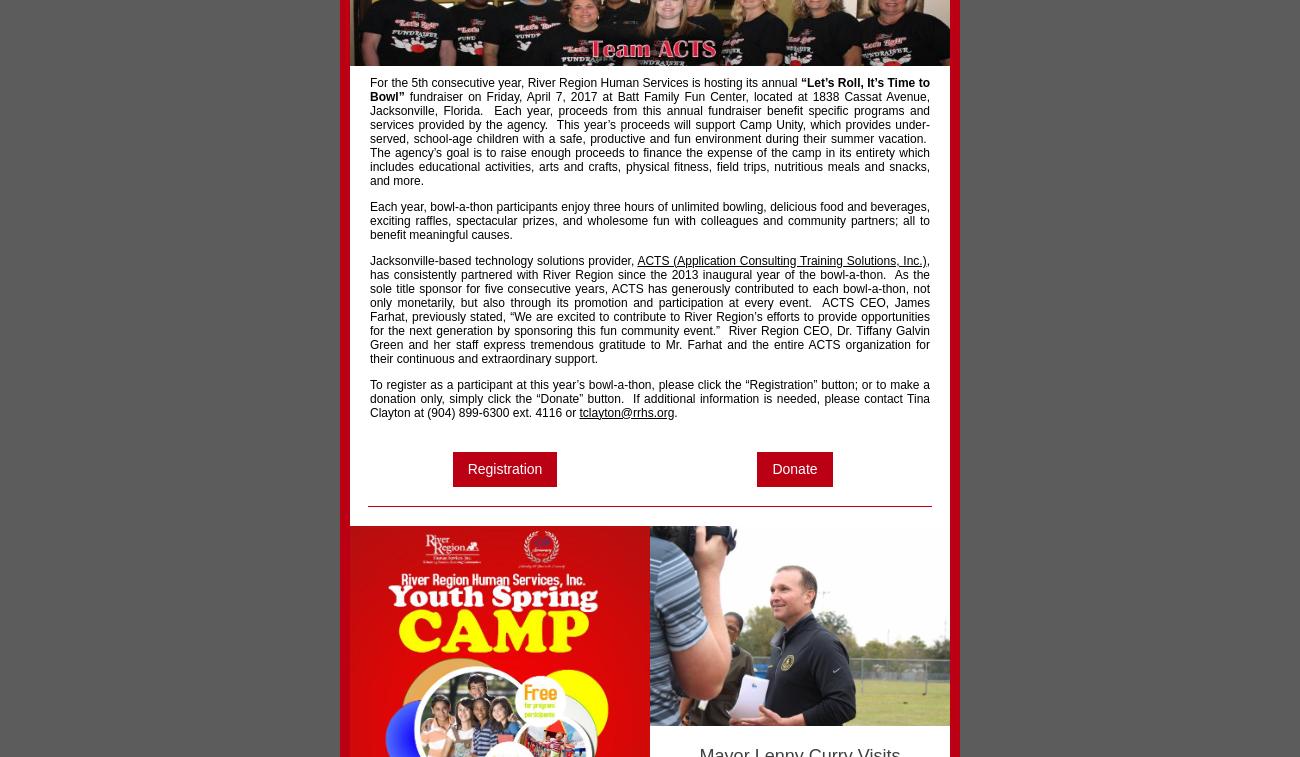  I want to click on '.', so click(673, 412).